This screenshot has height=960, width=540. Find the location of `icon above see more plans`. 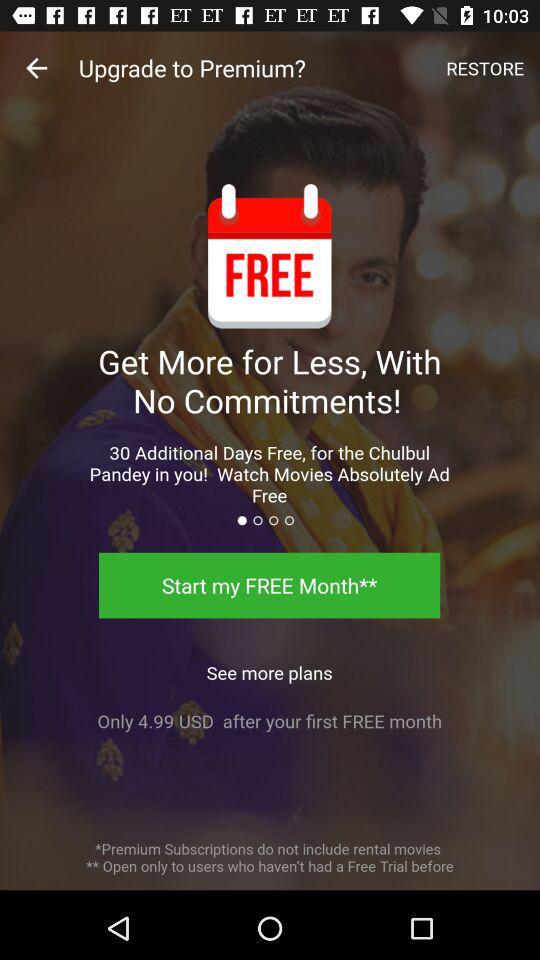

icon above see more plans is located at coordinates (269, 585).